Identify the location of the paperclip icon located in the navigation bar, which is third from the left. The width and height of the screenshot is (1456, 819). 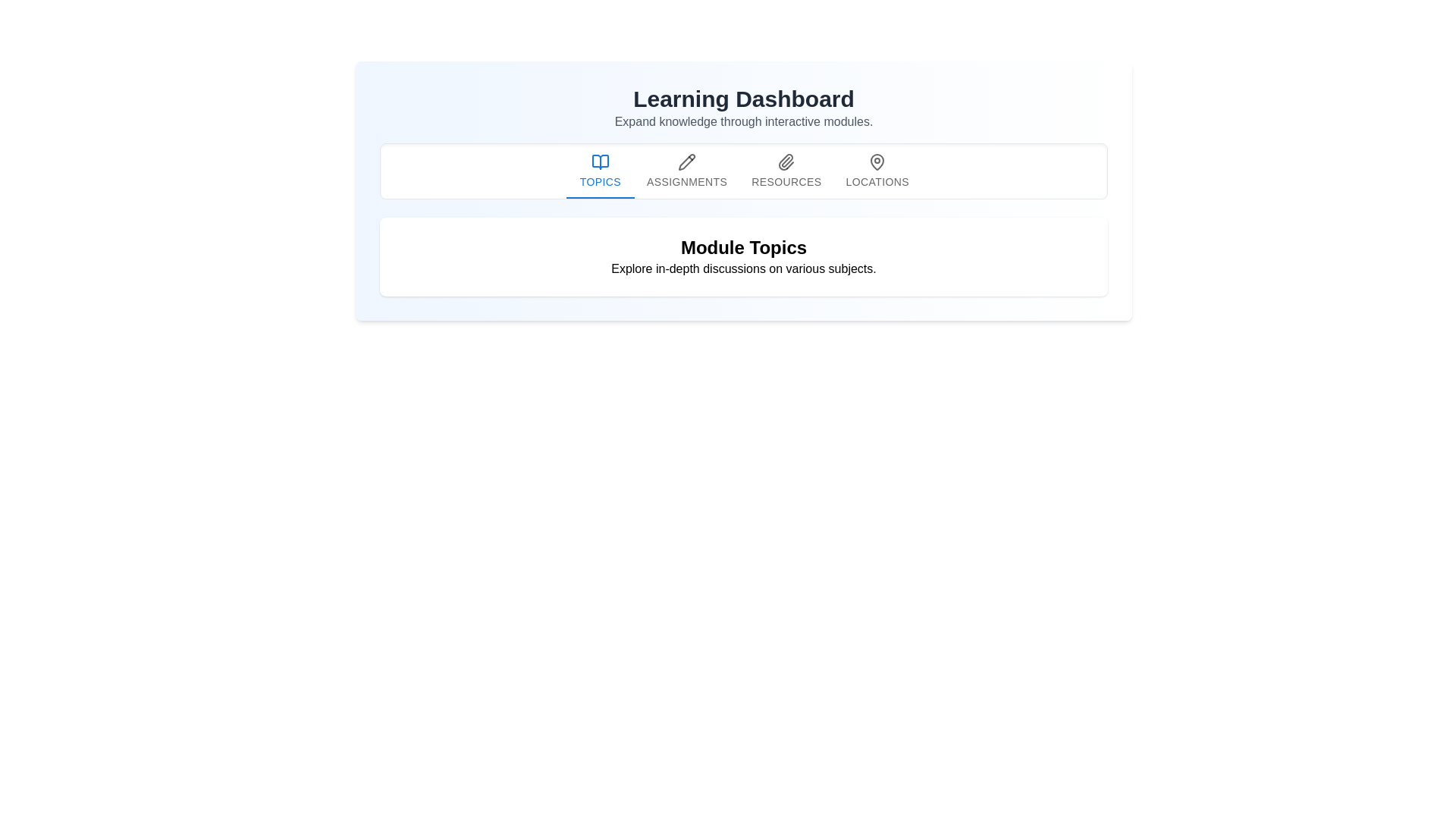
(786, 162).